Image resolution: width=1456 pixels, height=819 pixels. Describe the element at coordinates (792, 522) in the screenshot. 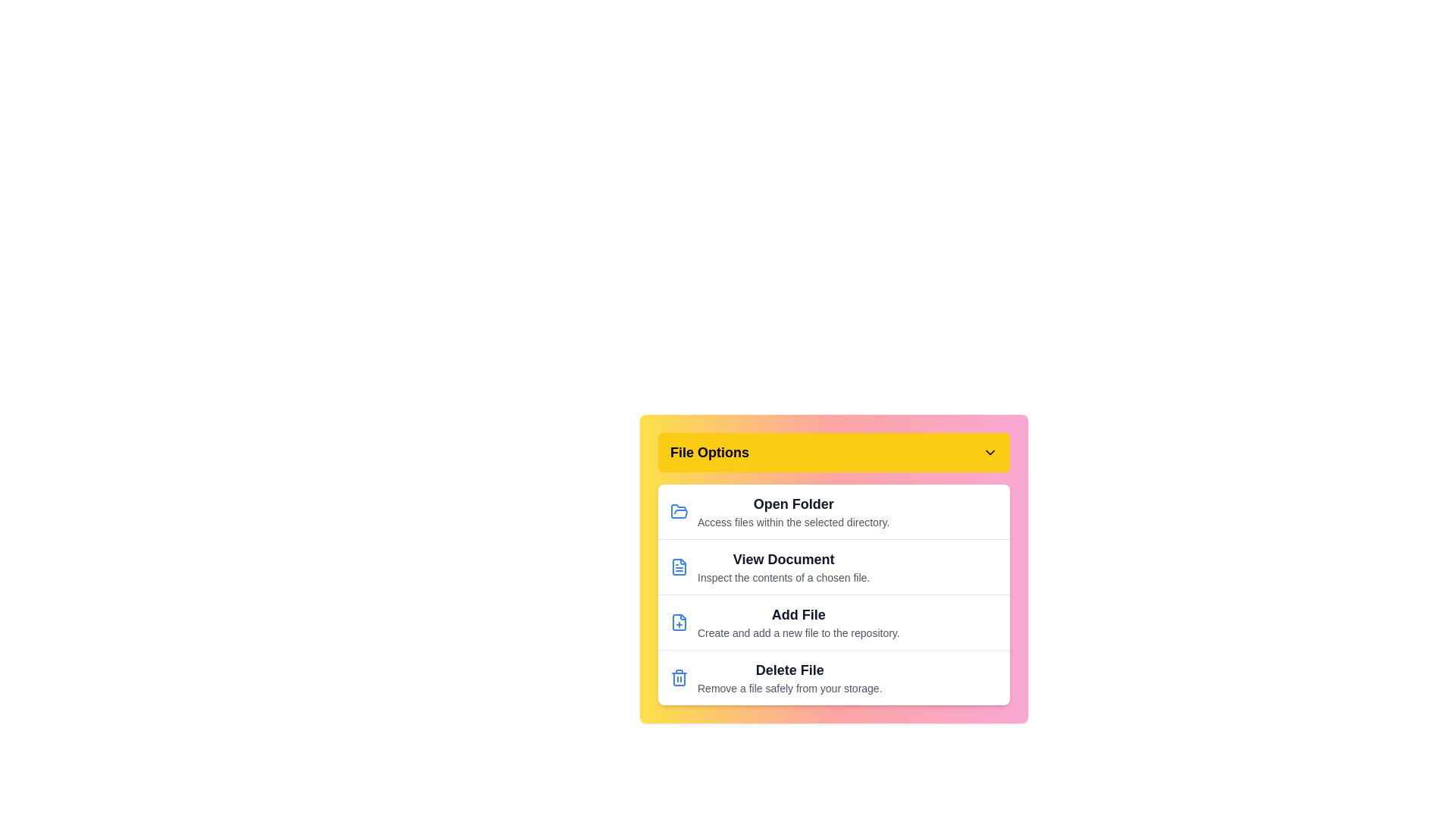

I see `the text label reading 'Access files within the selected directory.' located within the 'File Options' dropdown panel, below the 'Open Folder' text element` at that location.